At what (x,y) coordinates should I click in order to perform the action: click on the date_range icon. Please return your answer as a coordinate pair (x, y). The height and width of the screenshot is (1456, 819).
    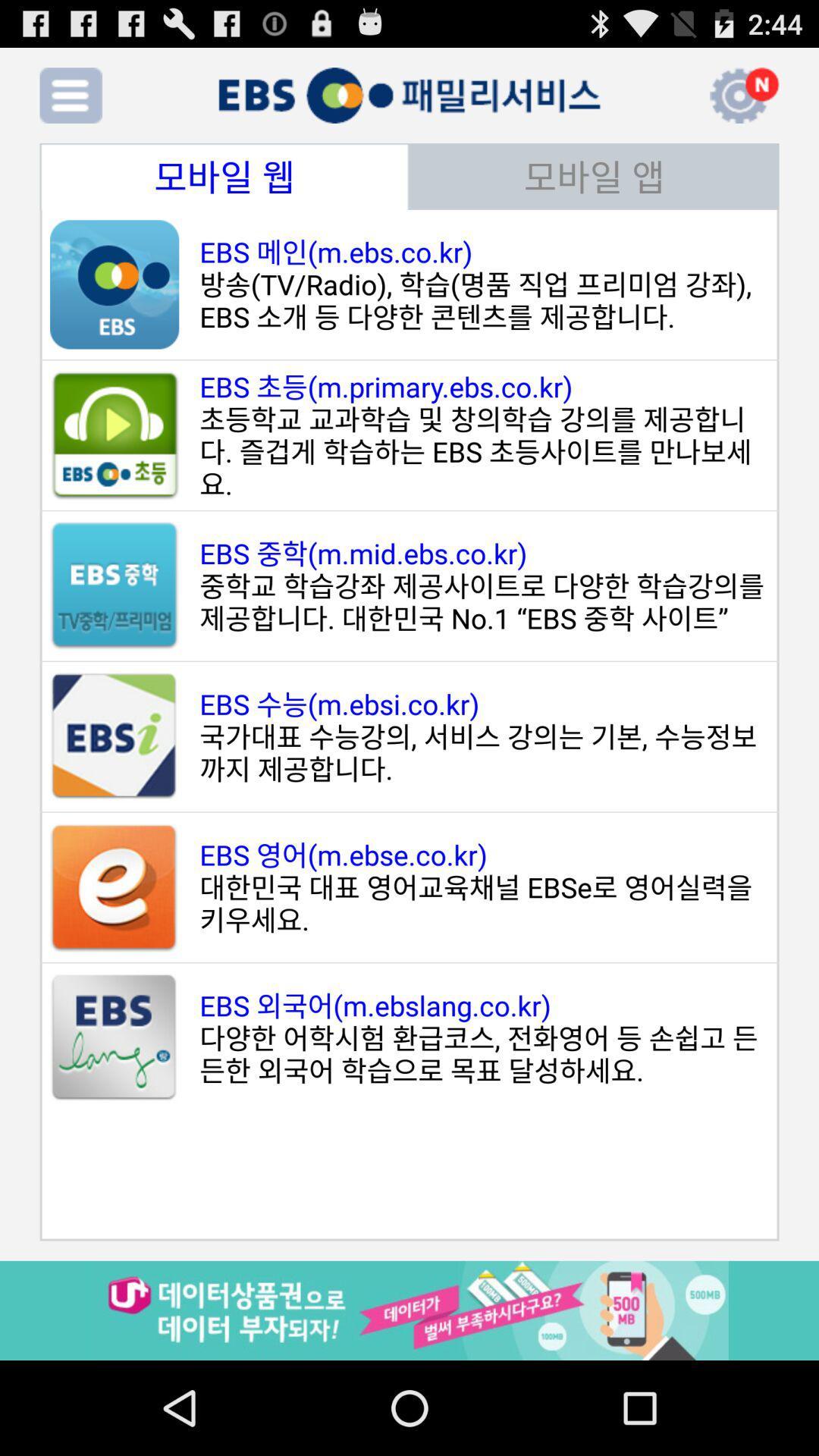
    Looking at the image, I should click on (224, 188).